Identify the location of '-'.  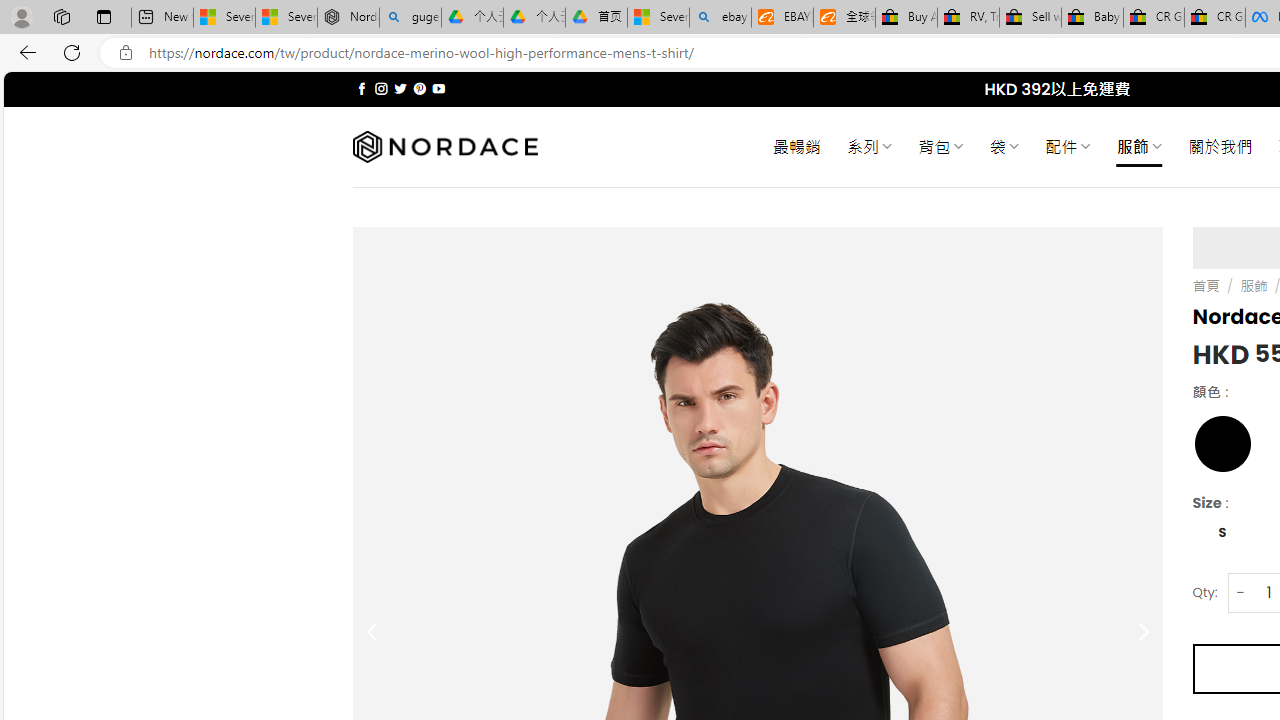
(1239, 591).